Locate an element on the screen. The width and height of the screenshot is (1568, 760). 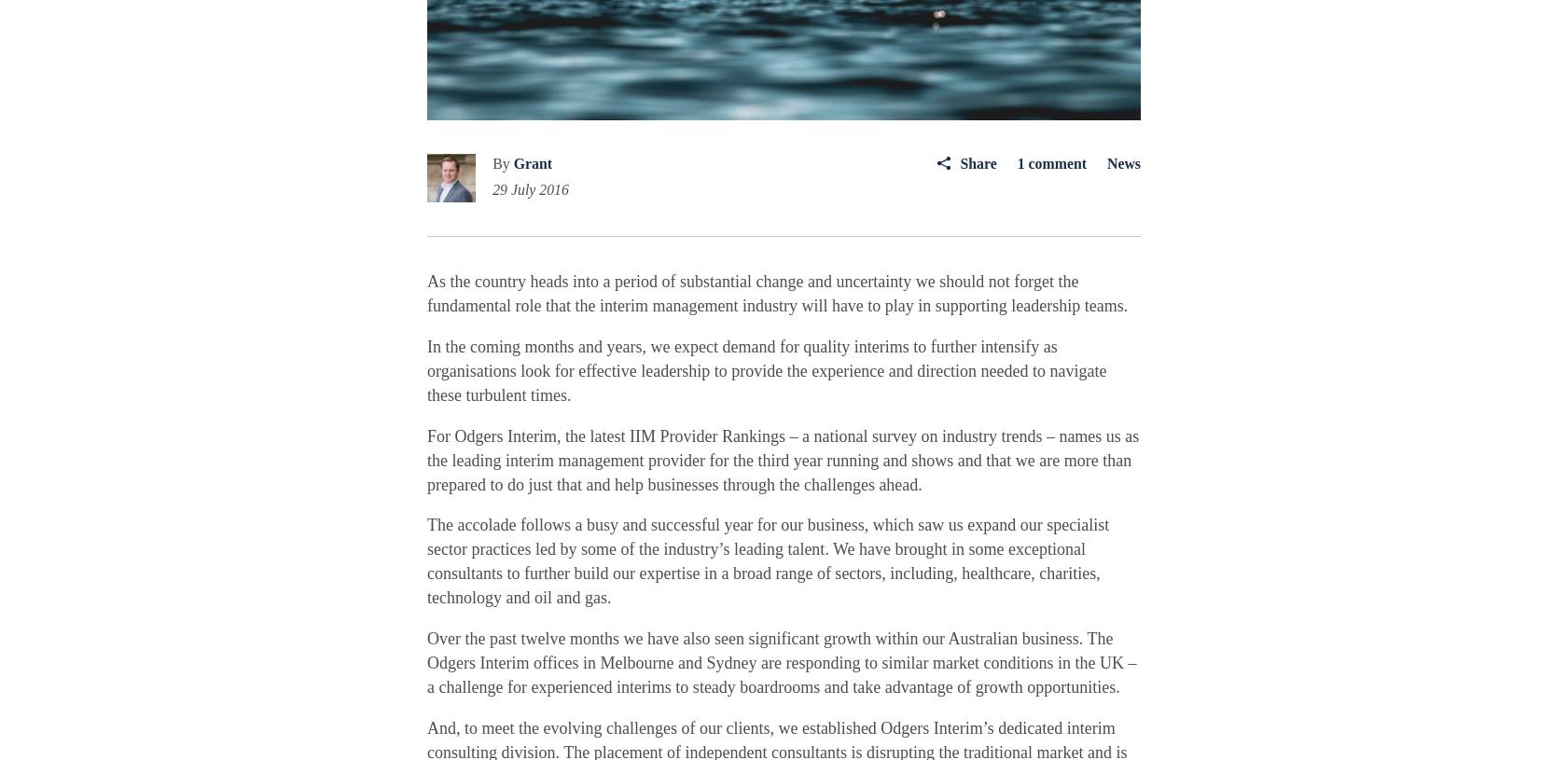
'In the coming months and years, we expect demand for quality interims to further intensify as organisations look for effective leadership to provide the experience and direction needed to navigate these turbulent times.' is located at coordinates (766, 368).